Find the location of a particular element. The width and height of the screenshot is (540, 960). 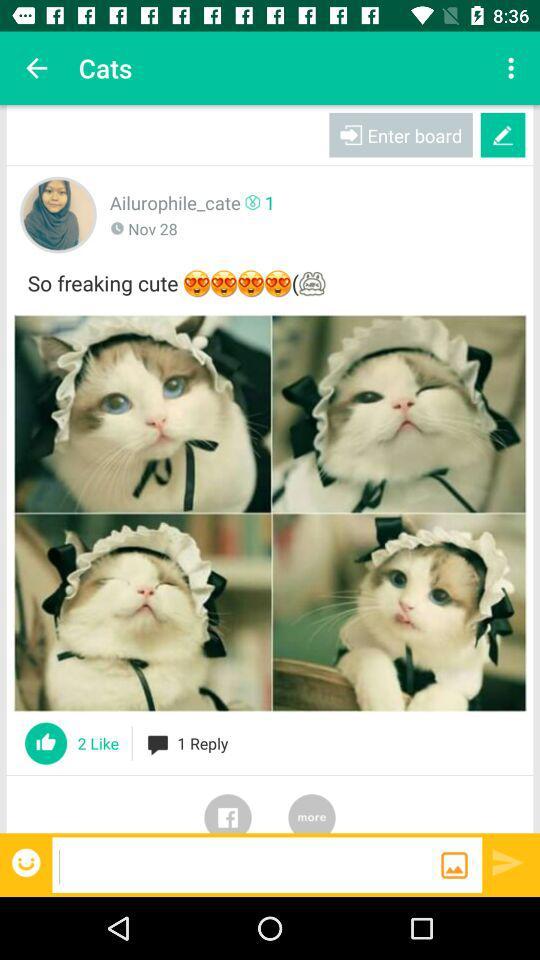

the wallpaper icon is located at coordinates (454, 864).